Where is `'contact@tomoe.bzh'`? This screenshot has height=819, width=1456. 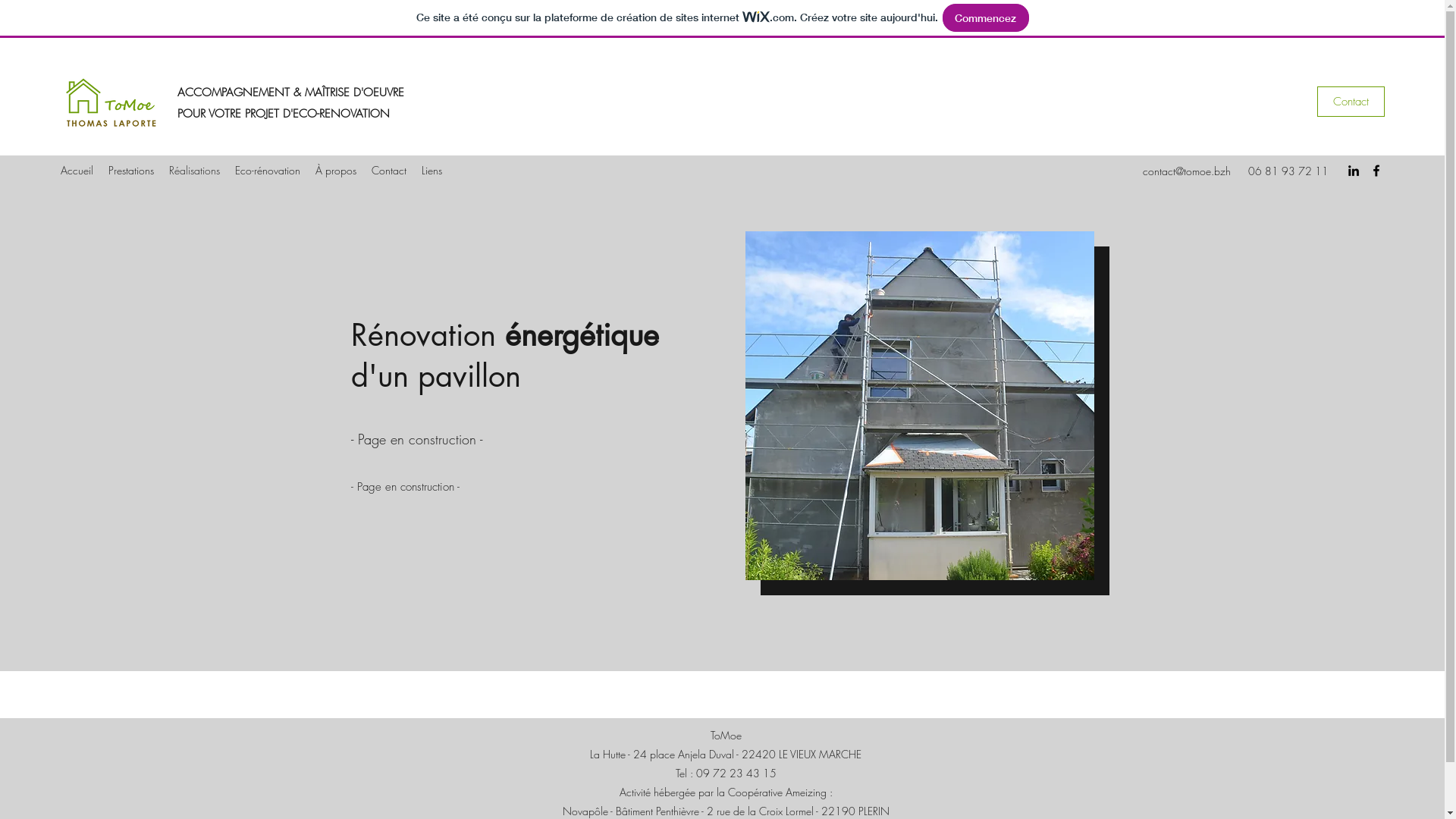
'contact@tomoe.bzh' is located at coordinates (1185, 171).